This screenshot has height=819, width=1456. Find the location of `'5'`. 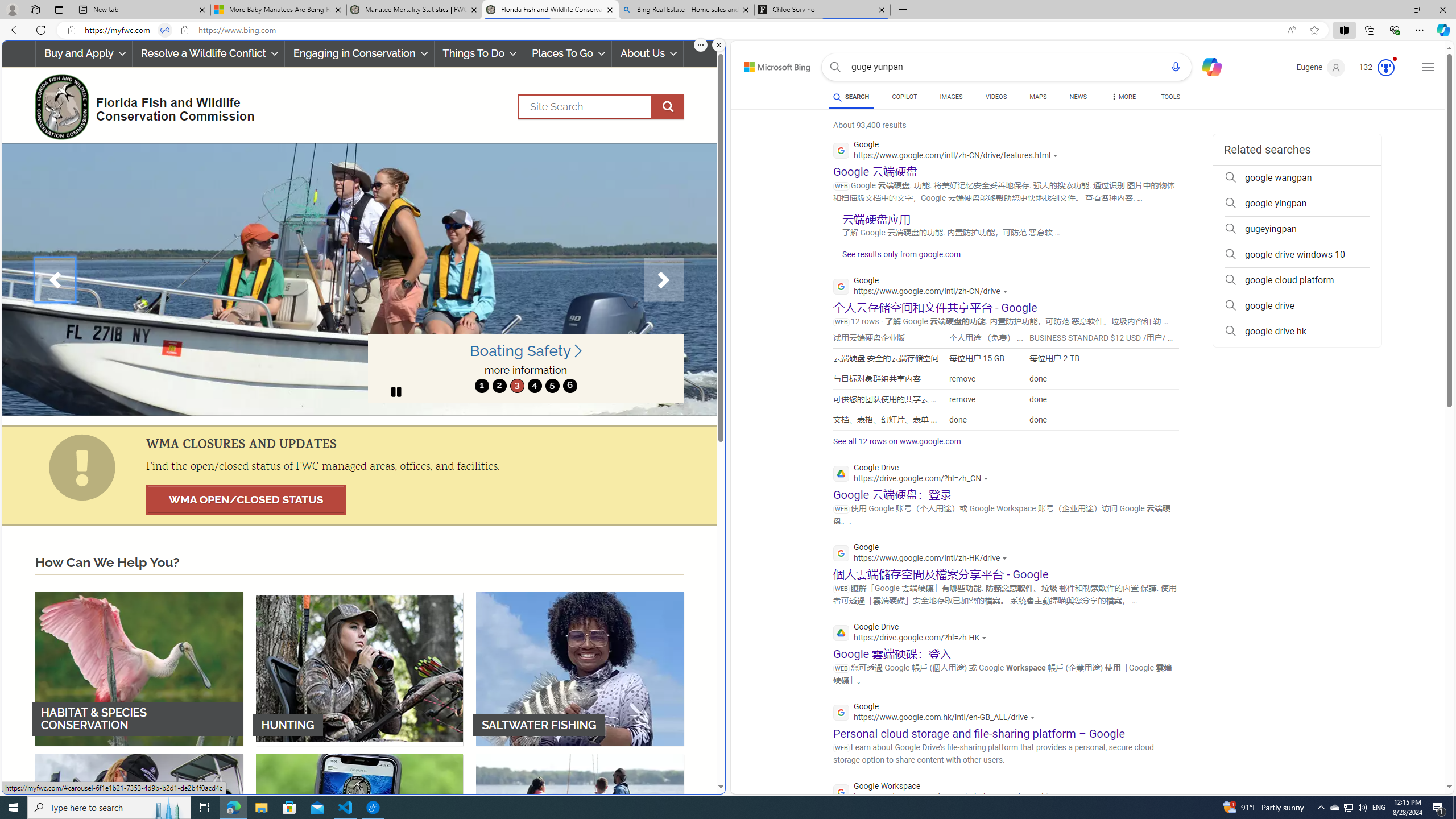

'5' is located at coordinates (552, 385).